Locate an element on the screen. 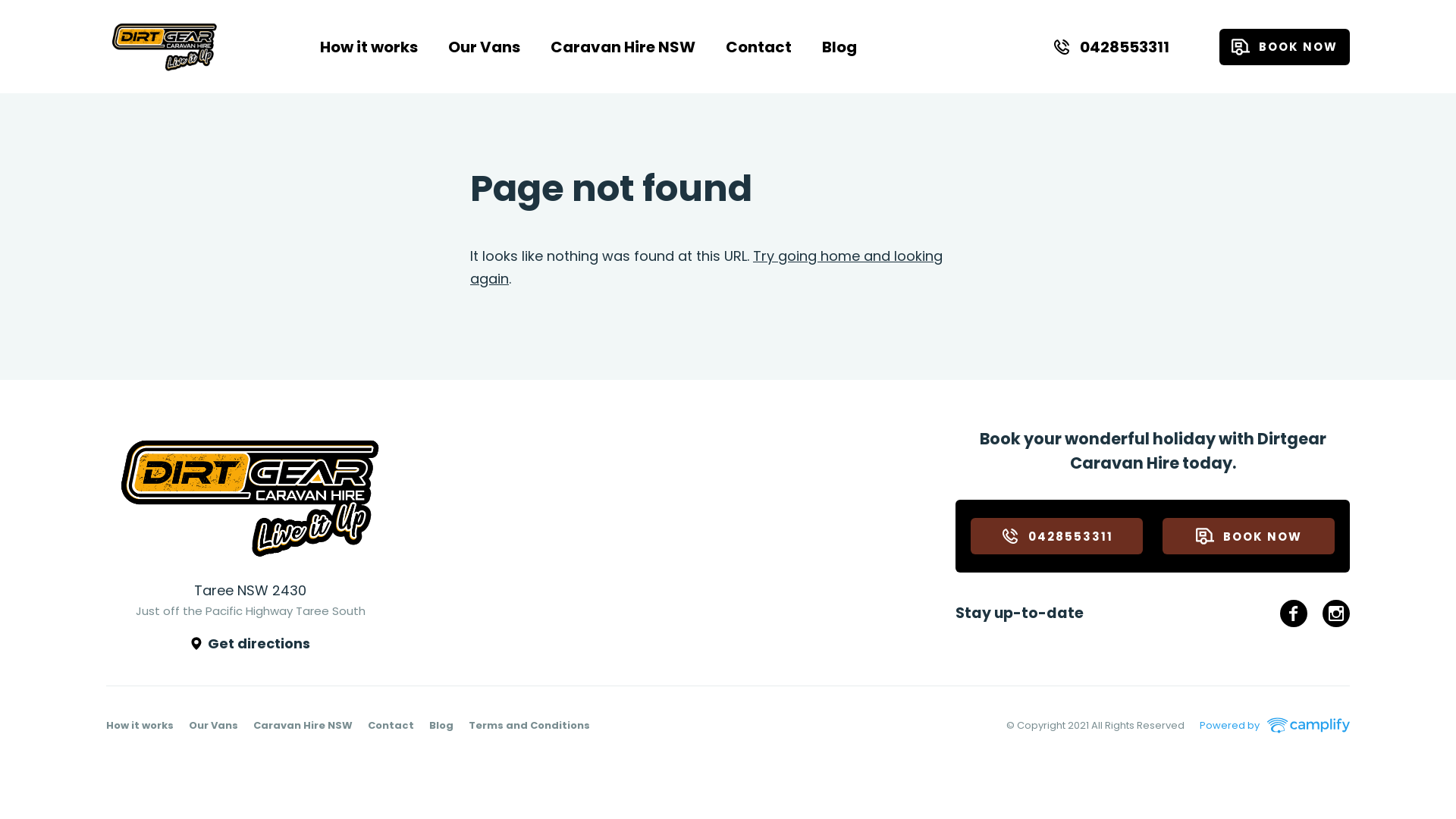 This screenshot has width=1456, height=819. 'Caravan Hire NSW' is located at coordinates (303, 724).